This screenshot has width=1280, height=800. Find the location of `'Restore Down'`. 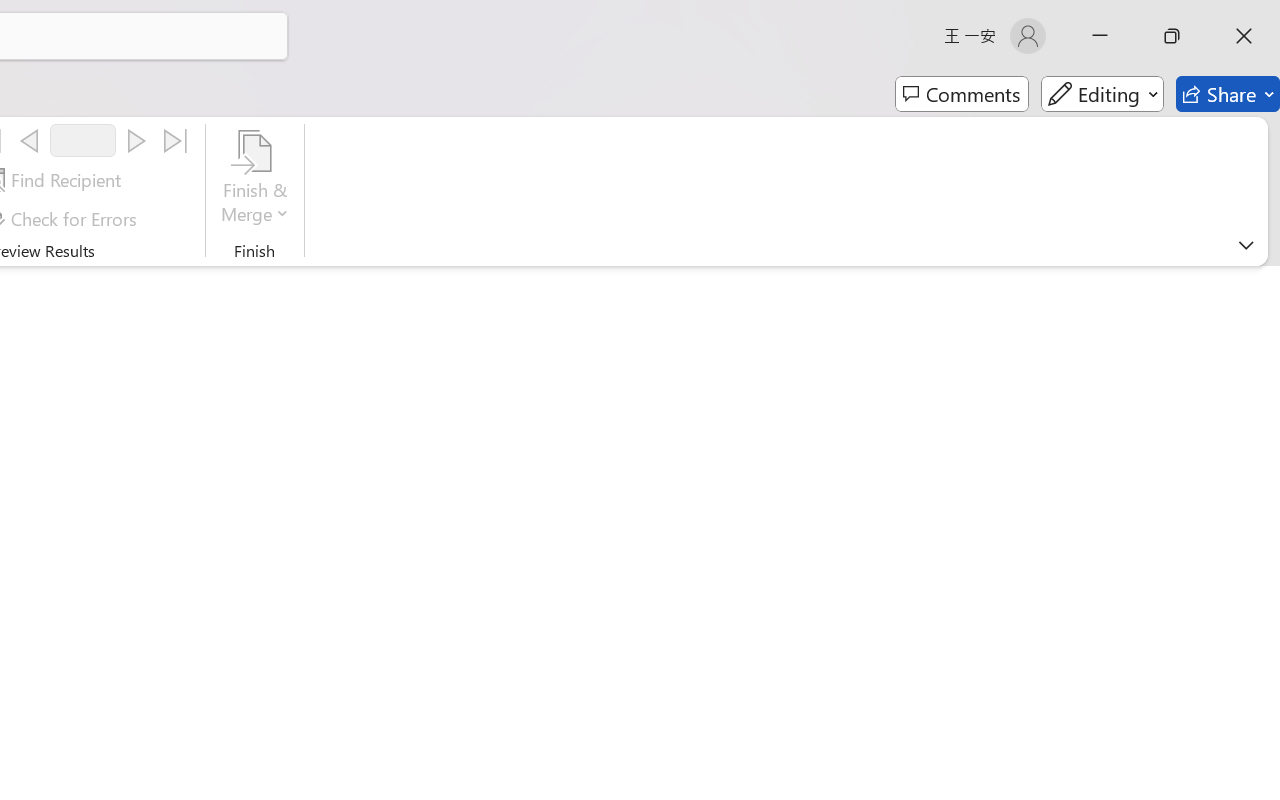

'Restore Down' is located at coordinates (1172, 35).